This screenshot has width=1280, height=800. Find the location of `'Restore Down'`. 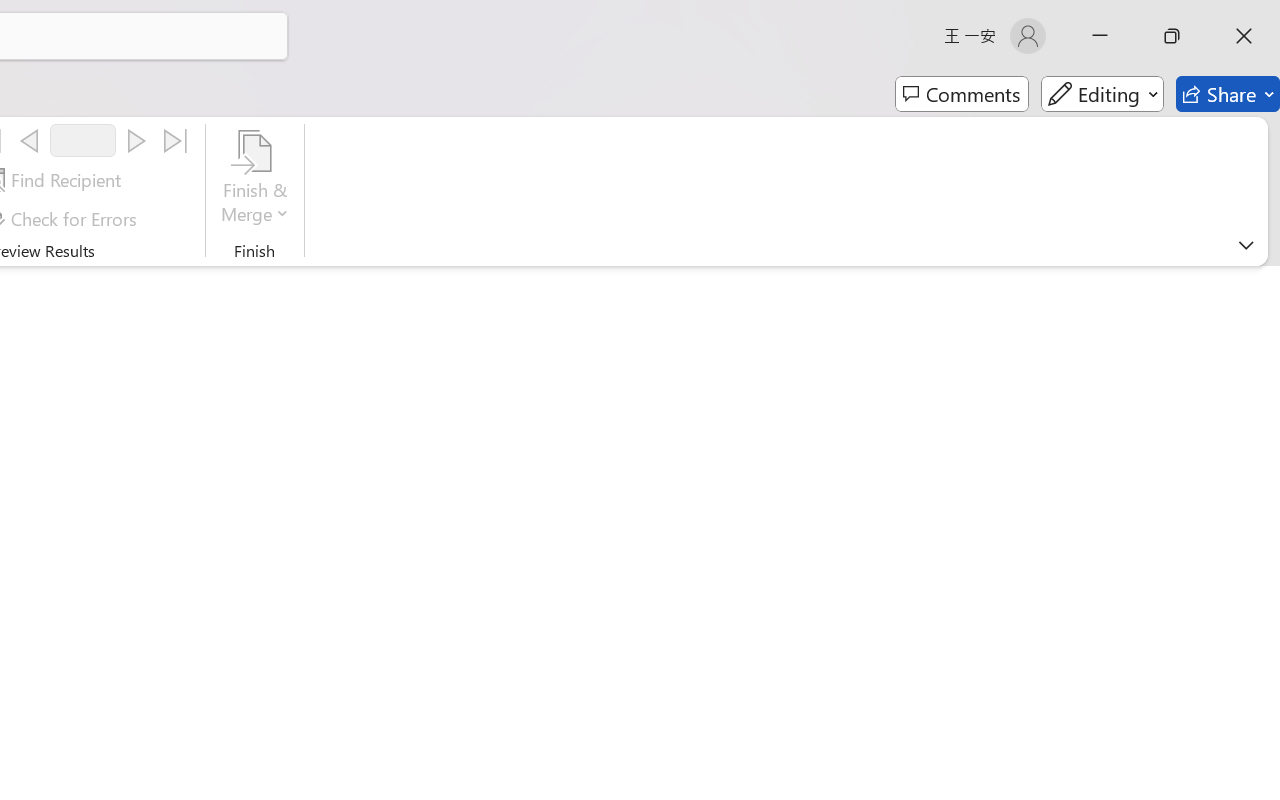

'Restore Down' is located at coordinates (1172, 35).